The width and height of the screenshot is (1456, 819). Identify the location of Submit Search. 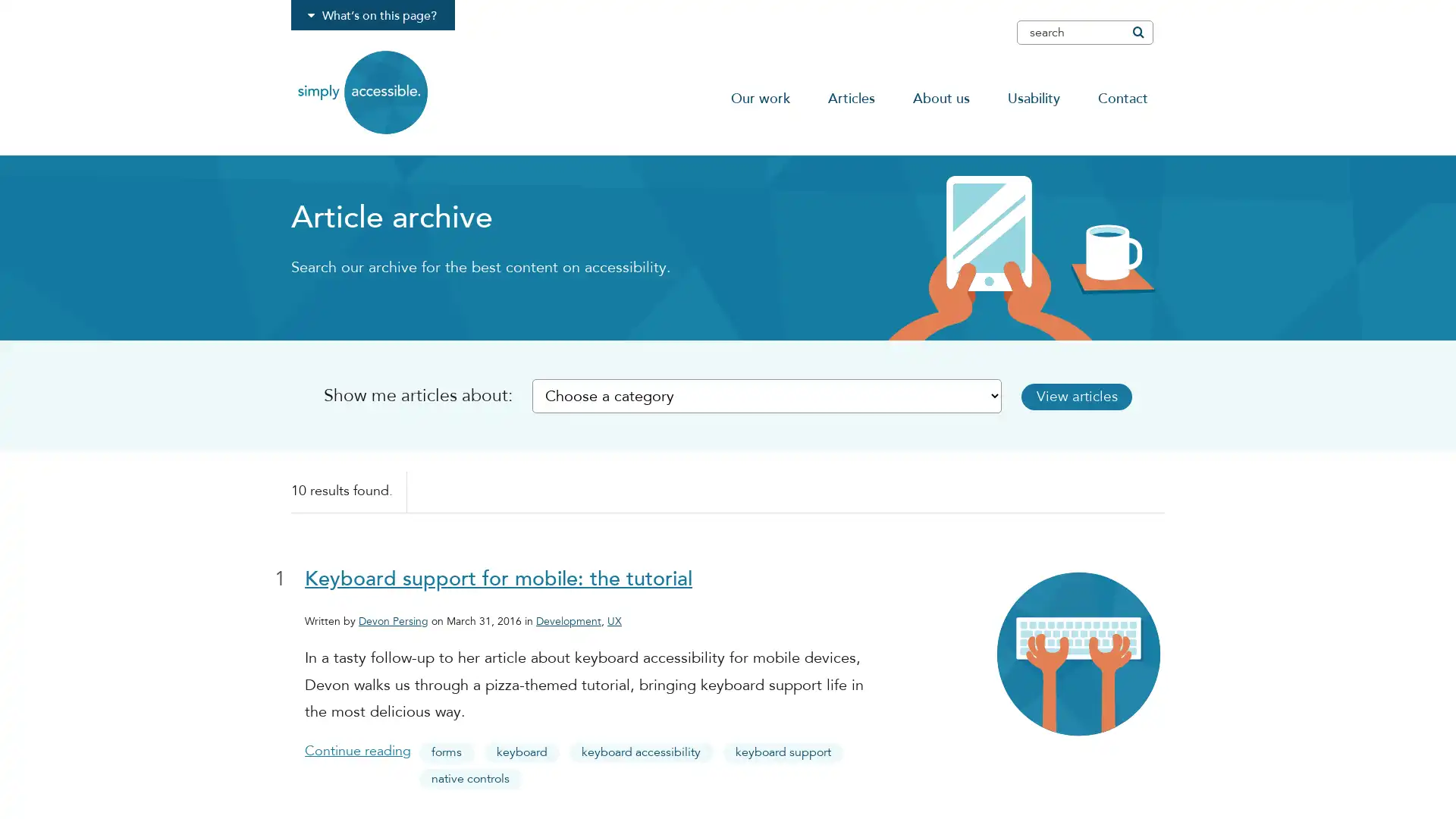
(1137, 32).